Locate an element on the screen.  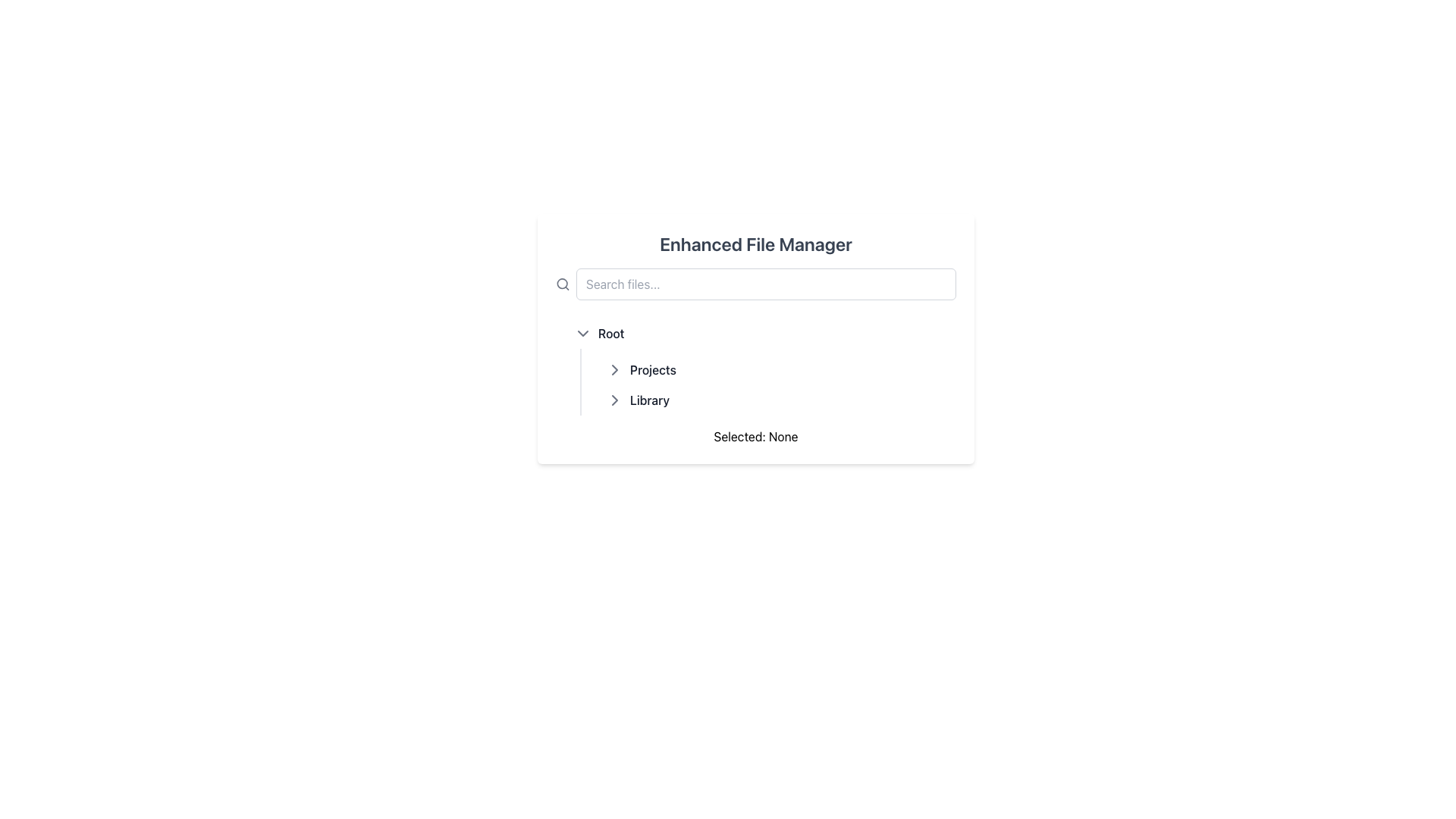
the 'Projects' text label is located at coordinates (653, 370).